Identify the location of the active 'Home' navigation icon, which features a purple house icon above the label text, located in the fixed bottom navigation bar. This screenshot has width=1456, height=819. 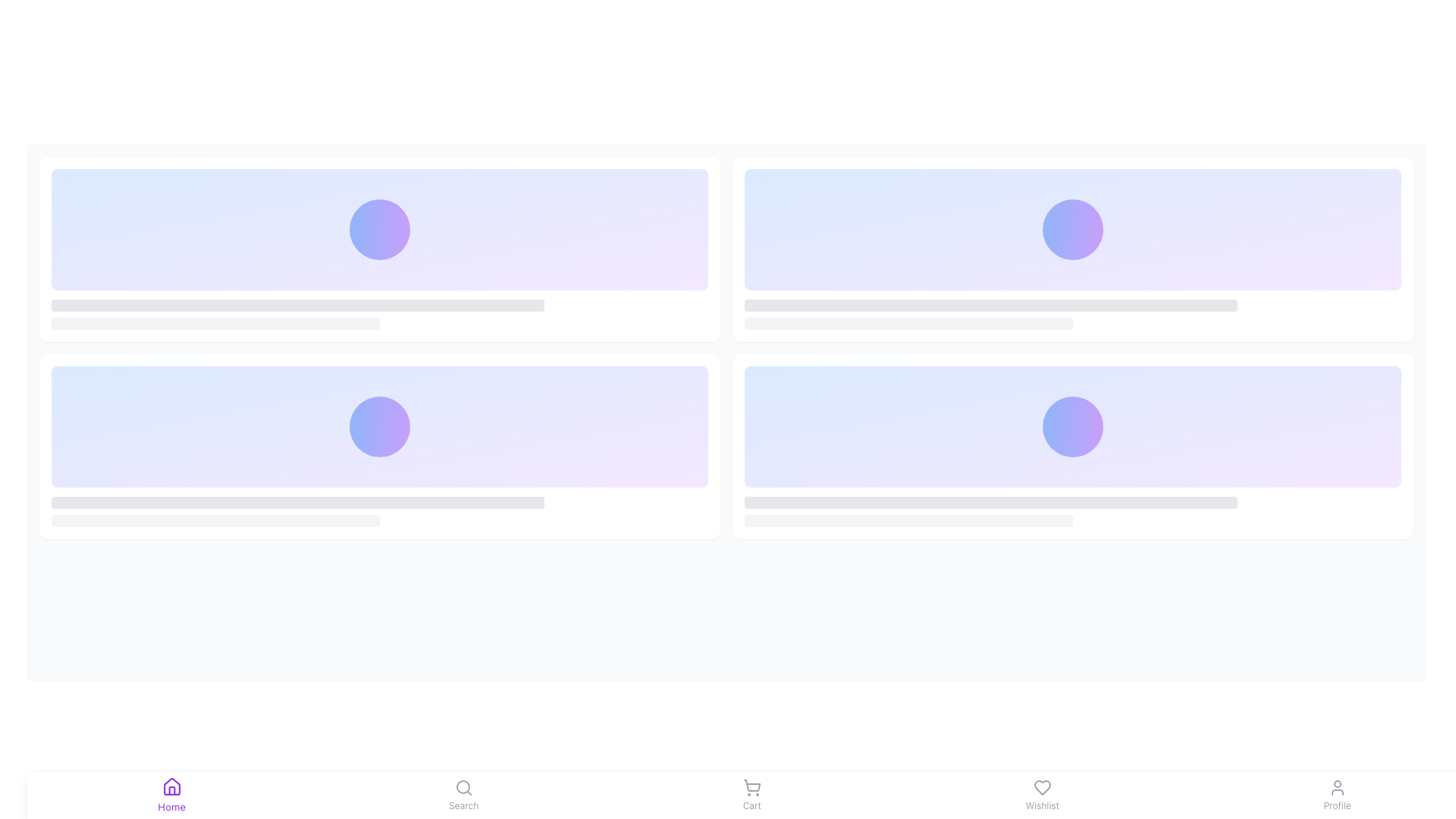
(171, 794).